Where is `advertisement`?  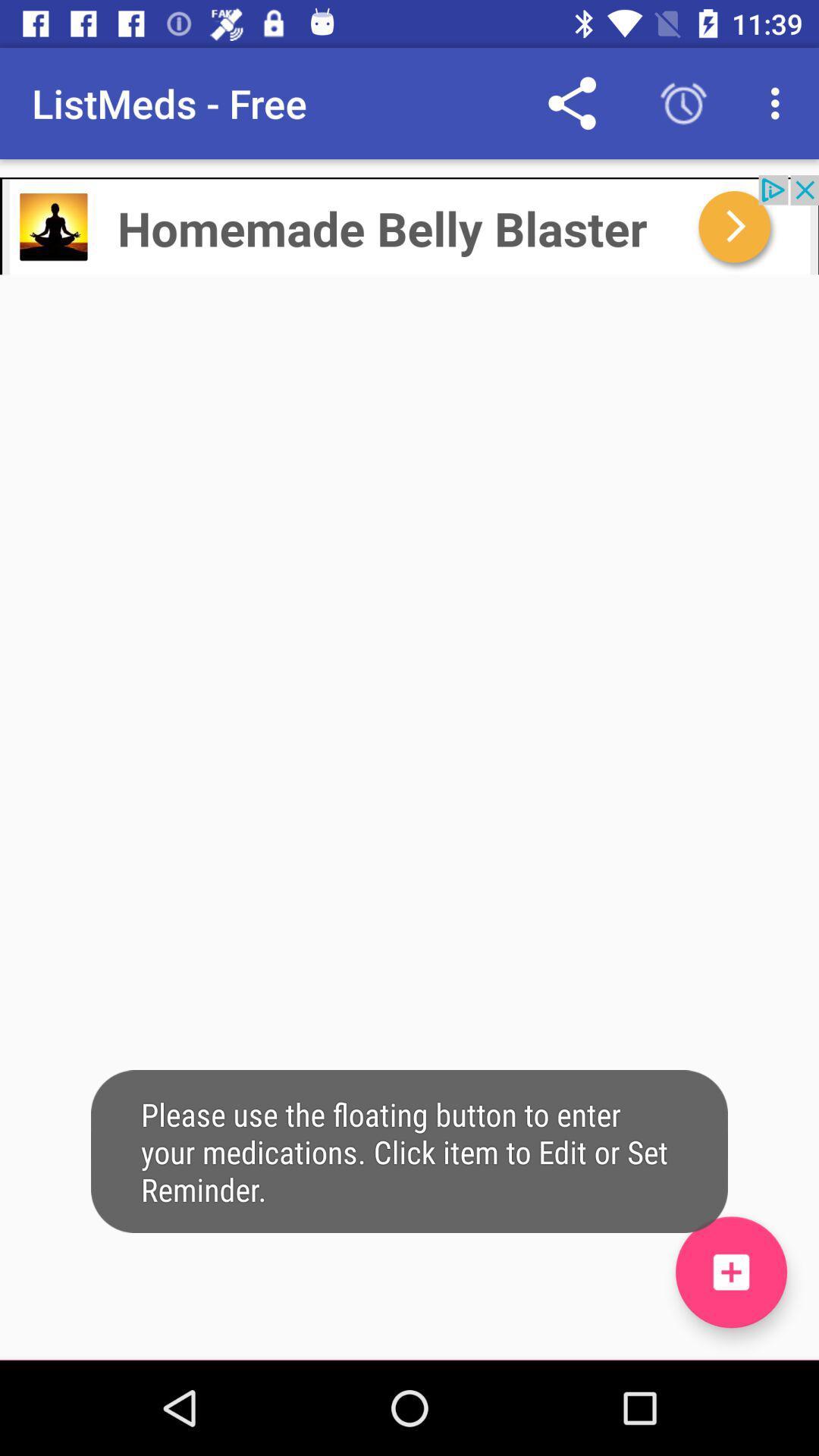
advertisement is located at coordinates (409, 224).